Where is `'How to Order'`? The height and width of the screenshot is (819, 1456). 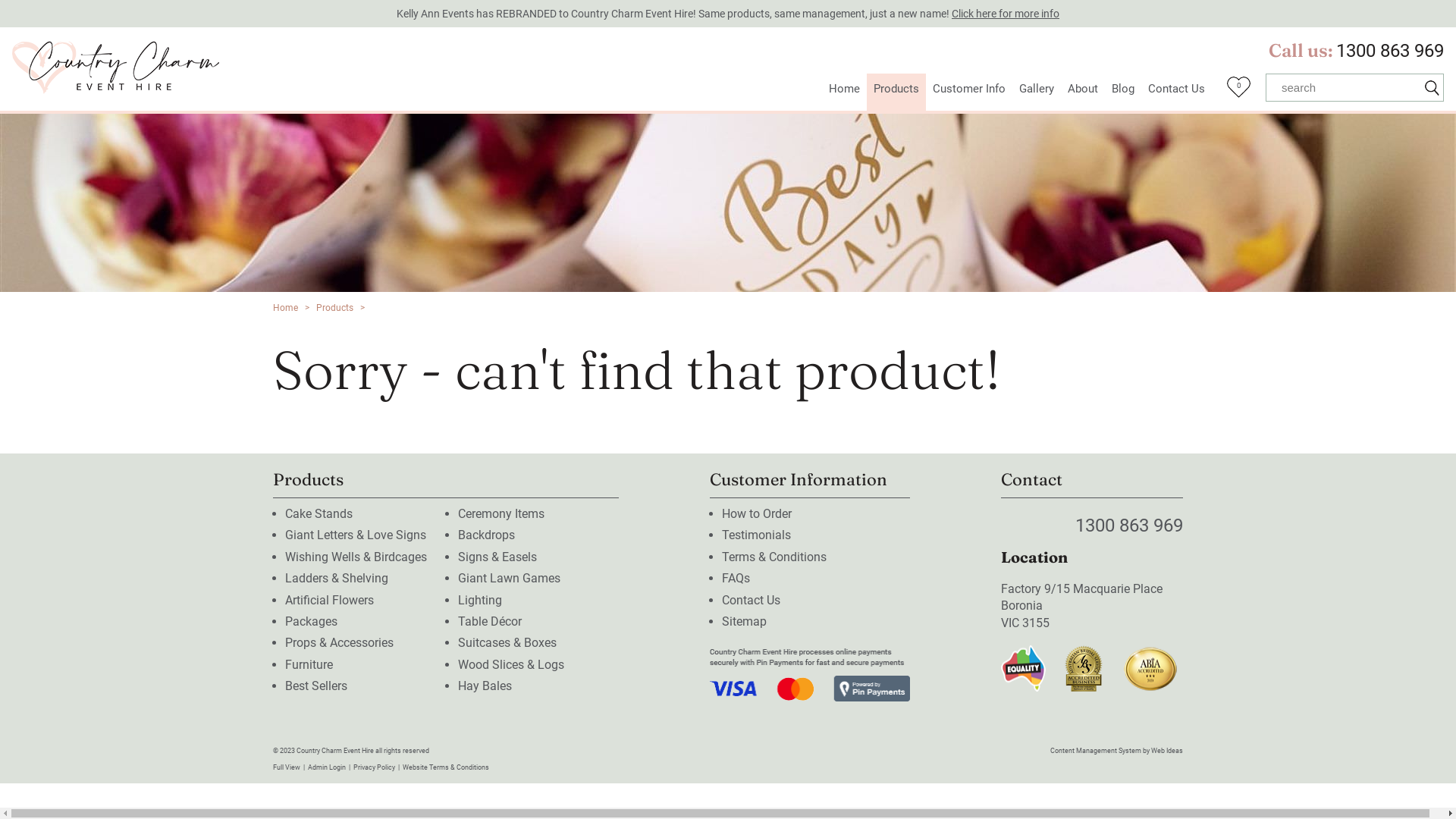 'How to Order' is located at coordinates (720, 513).